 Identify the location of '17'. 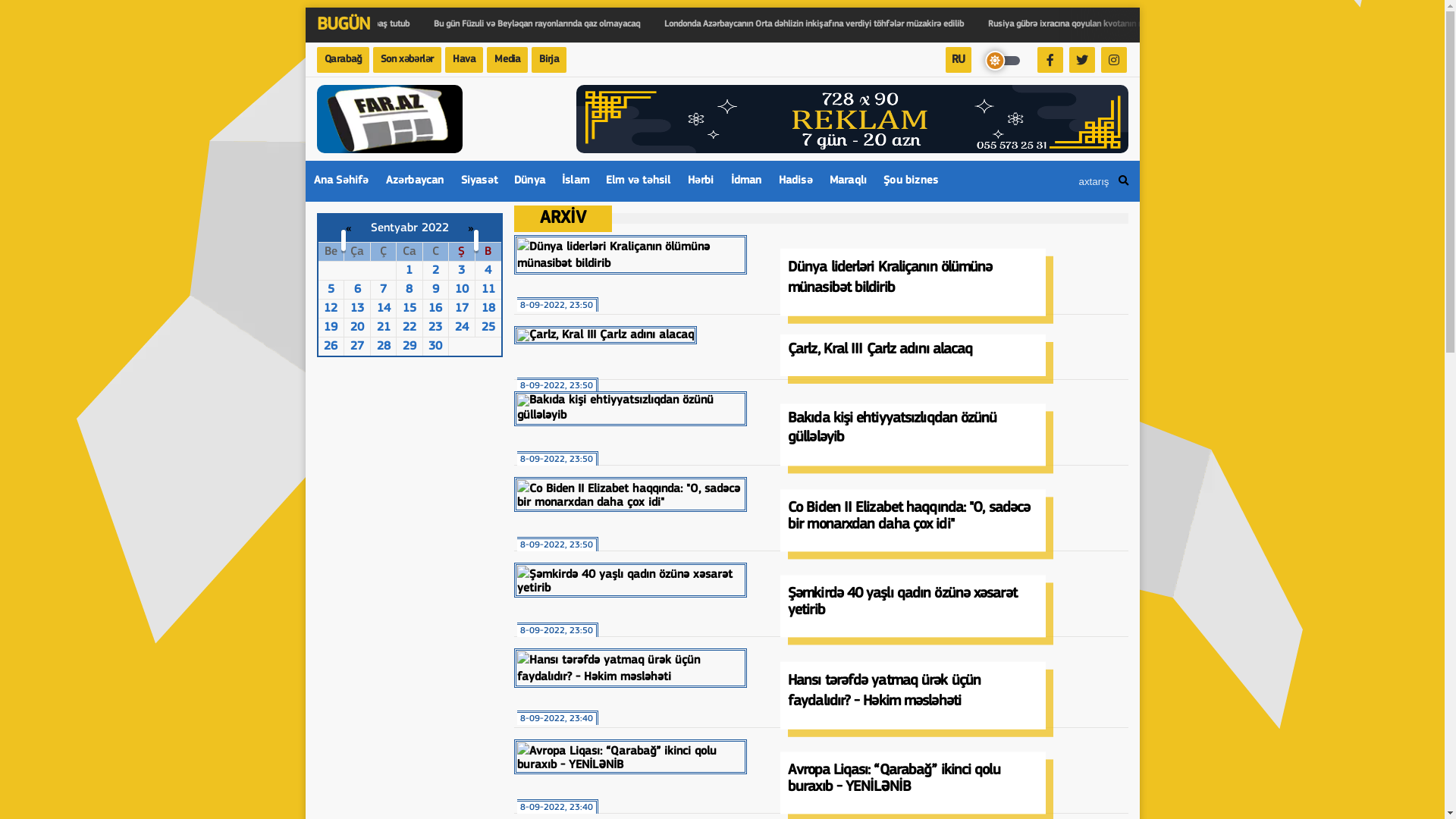
(461, 308).